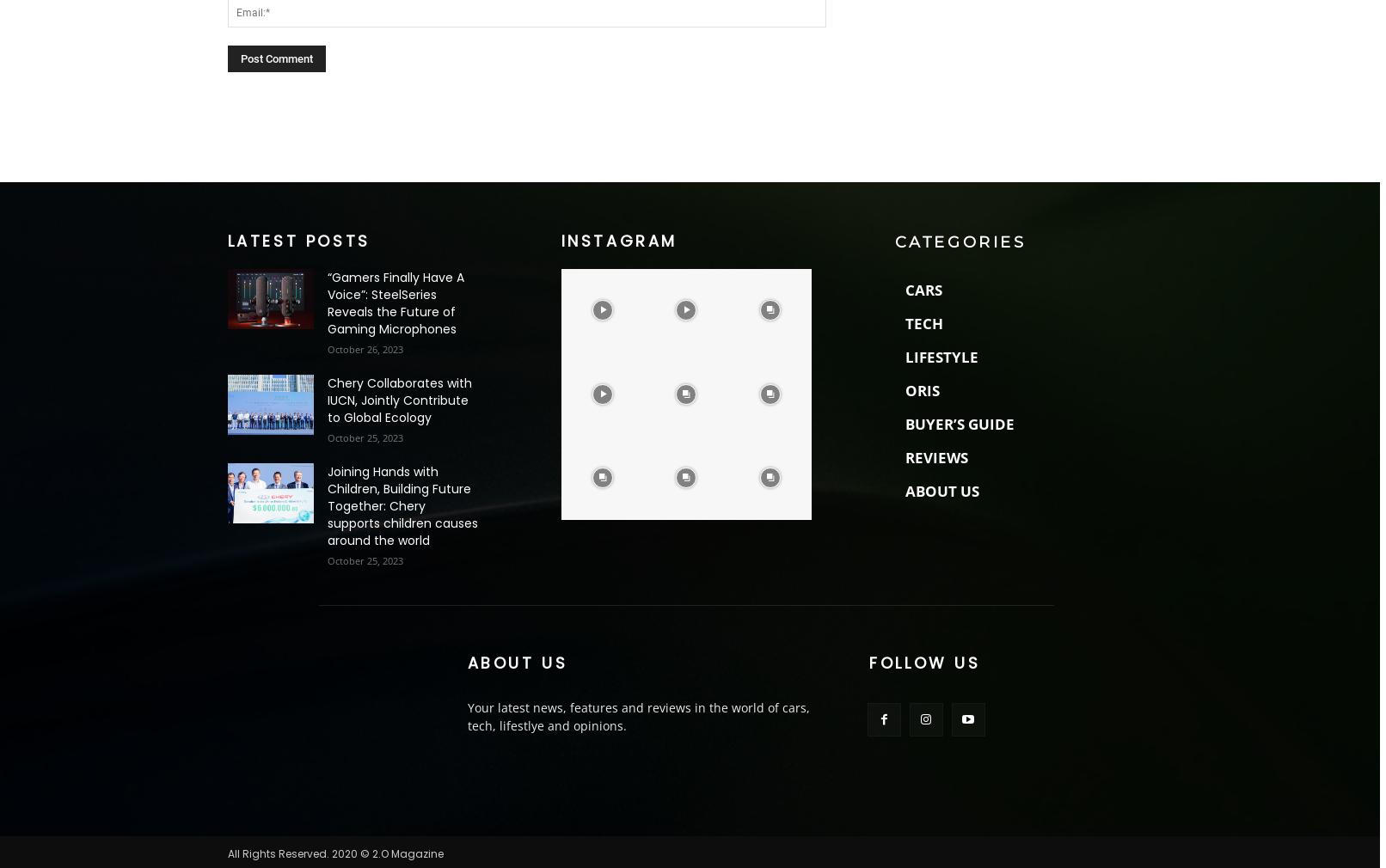 This screenshot has width=1386, height=868. What do you see at coordinates (364, 348) in the screenshot?
I see `'October 26, 2023'` at bounding box center [364, 348].